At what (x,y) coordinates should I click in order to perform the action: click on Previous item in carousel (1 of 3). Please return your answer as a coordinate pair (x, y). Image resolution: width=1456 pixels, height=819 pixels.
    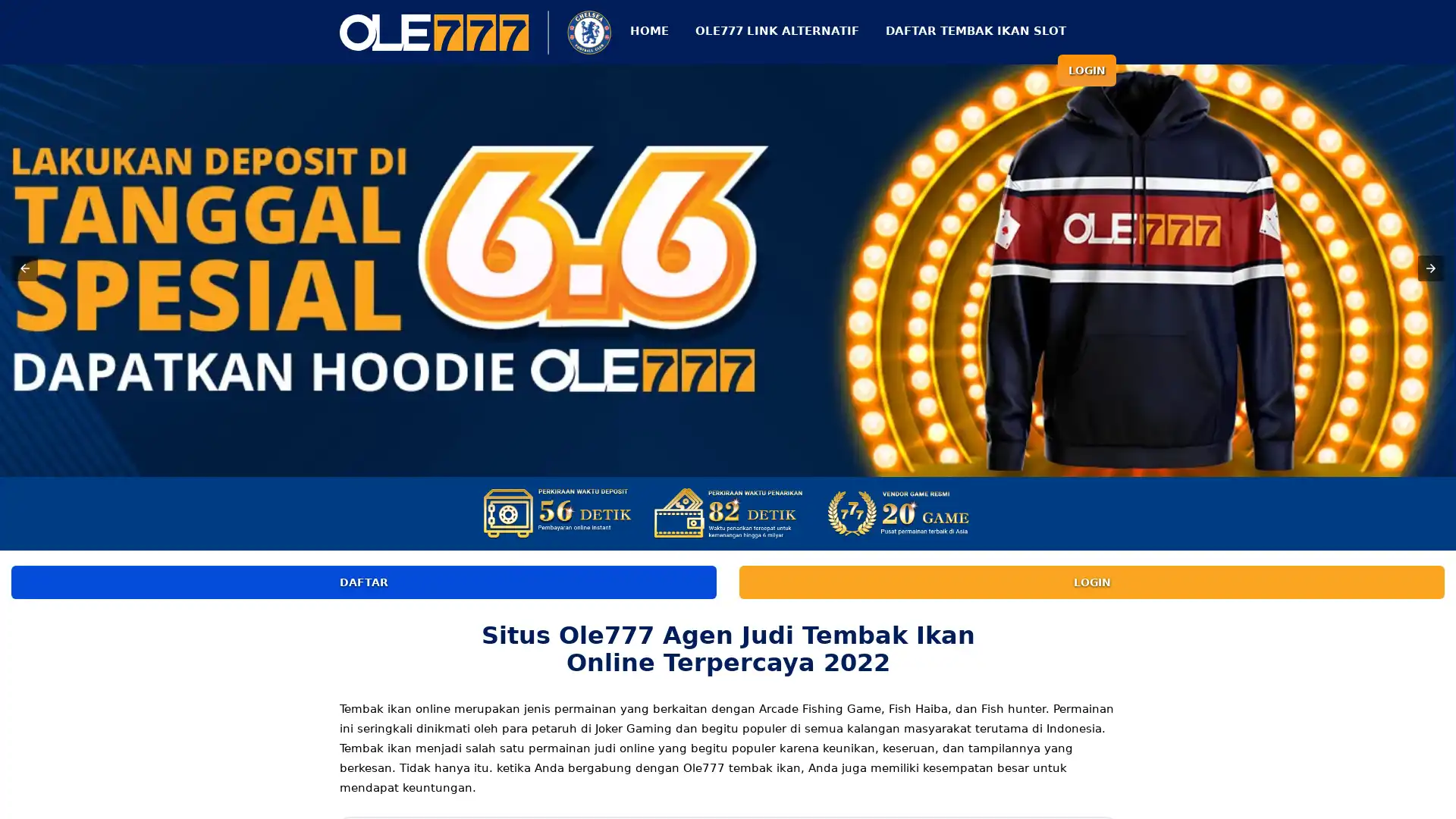
    Looking at the image, I should click on (25, 268).